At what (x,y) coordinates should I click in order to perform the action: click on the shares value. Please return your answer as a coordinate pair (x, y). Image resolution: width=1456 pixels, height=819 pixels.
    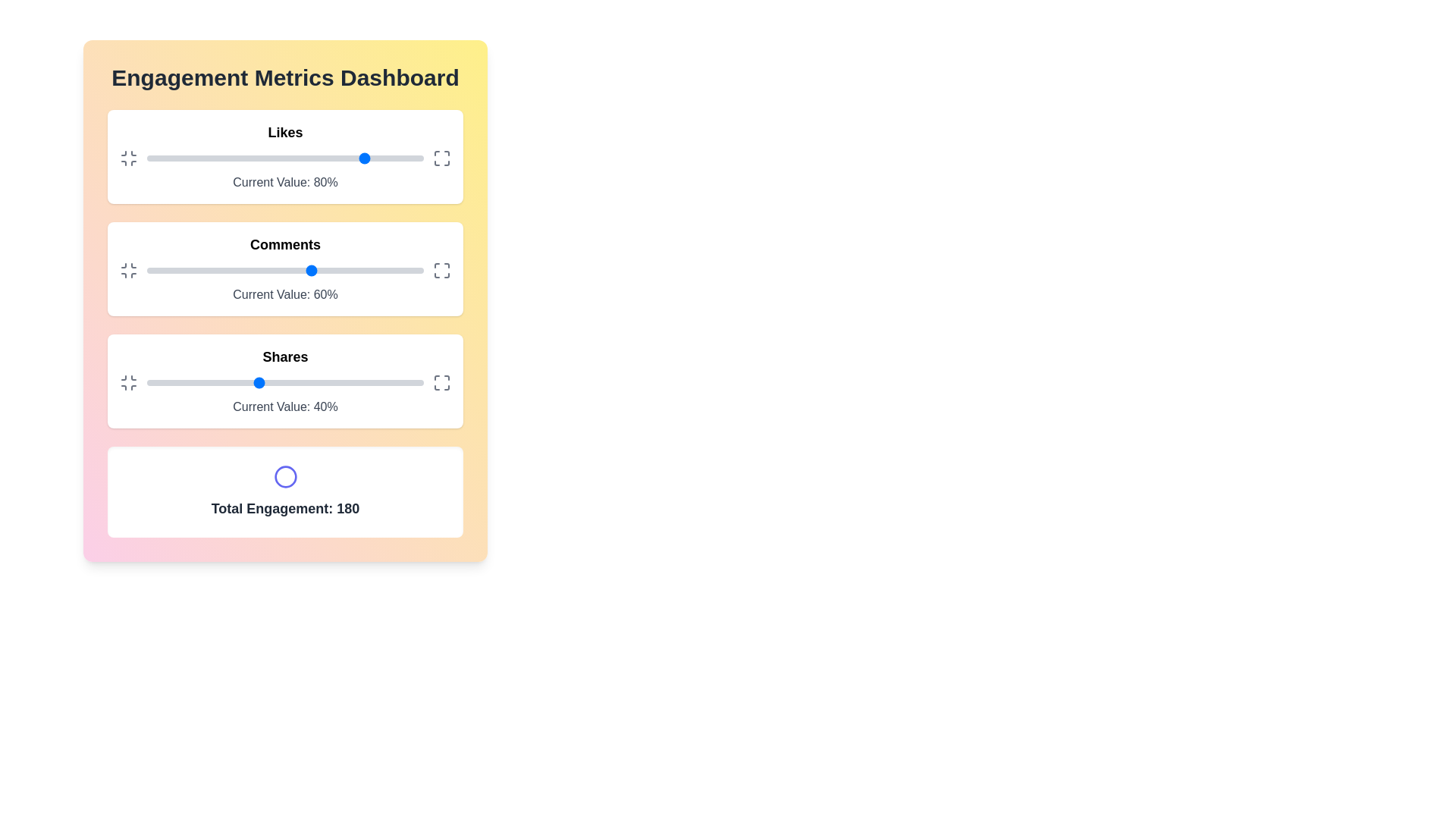
    Looking at the image, I should click on (359, 382).